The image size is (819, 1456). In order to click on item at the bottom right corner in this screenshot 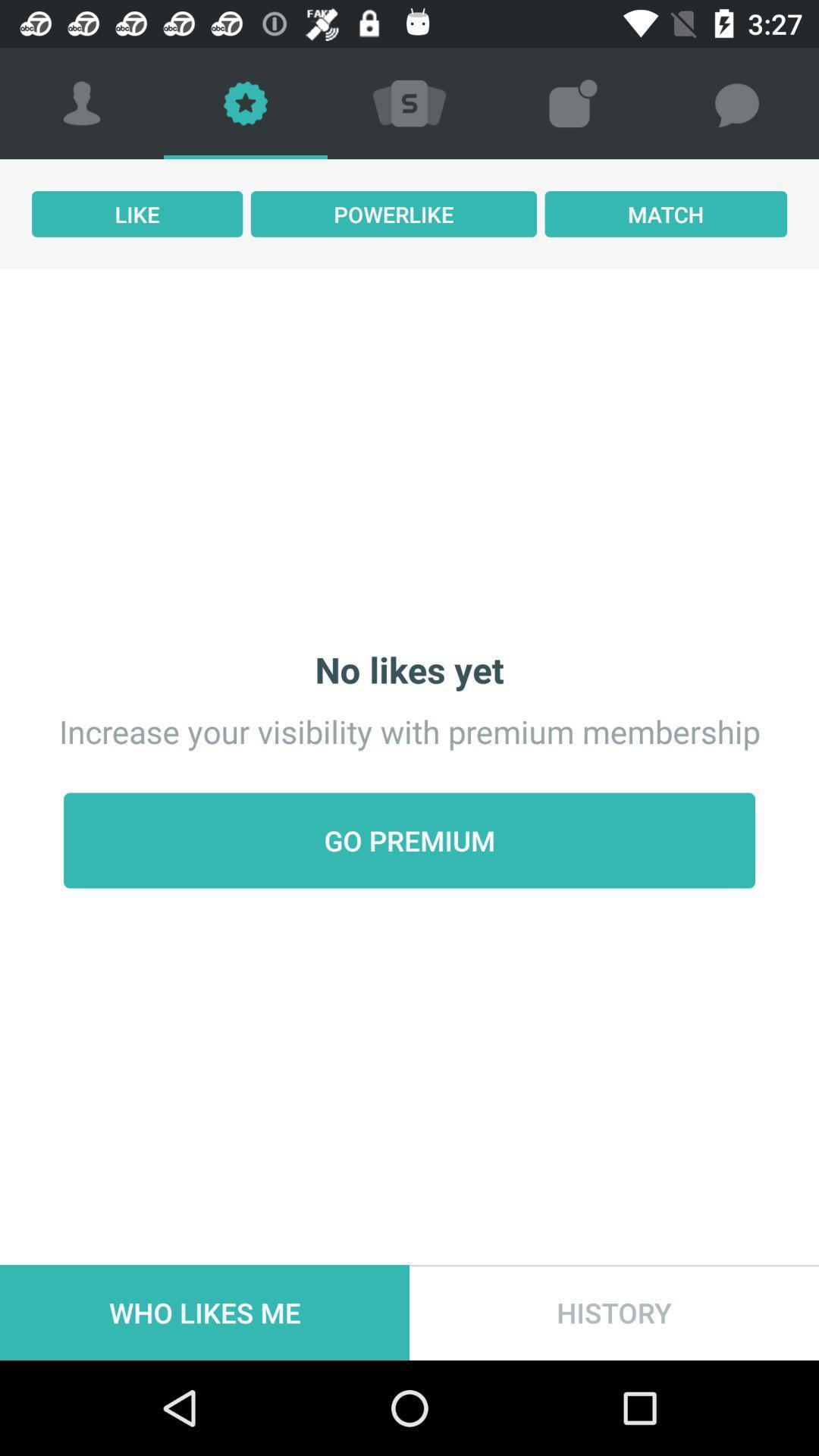, I will do `click(614, 1312)`.